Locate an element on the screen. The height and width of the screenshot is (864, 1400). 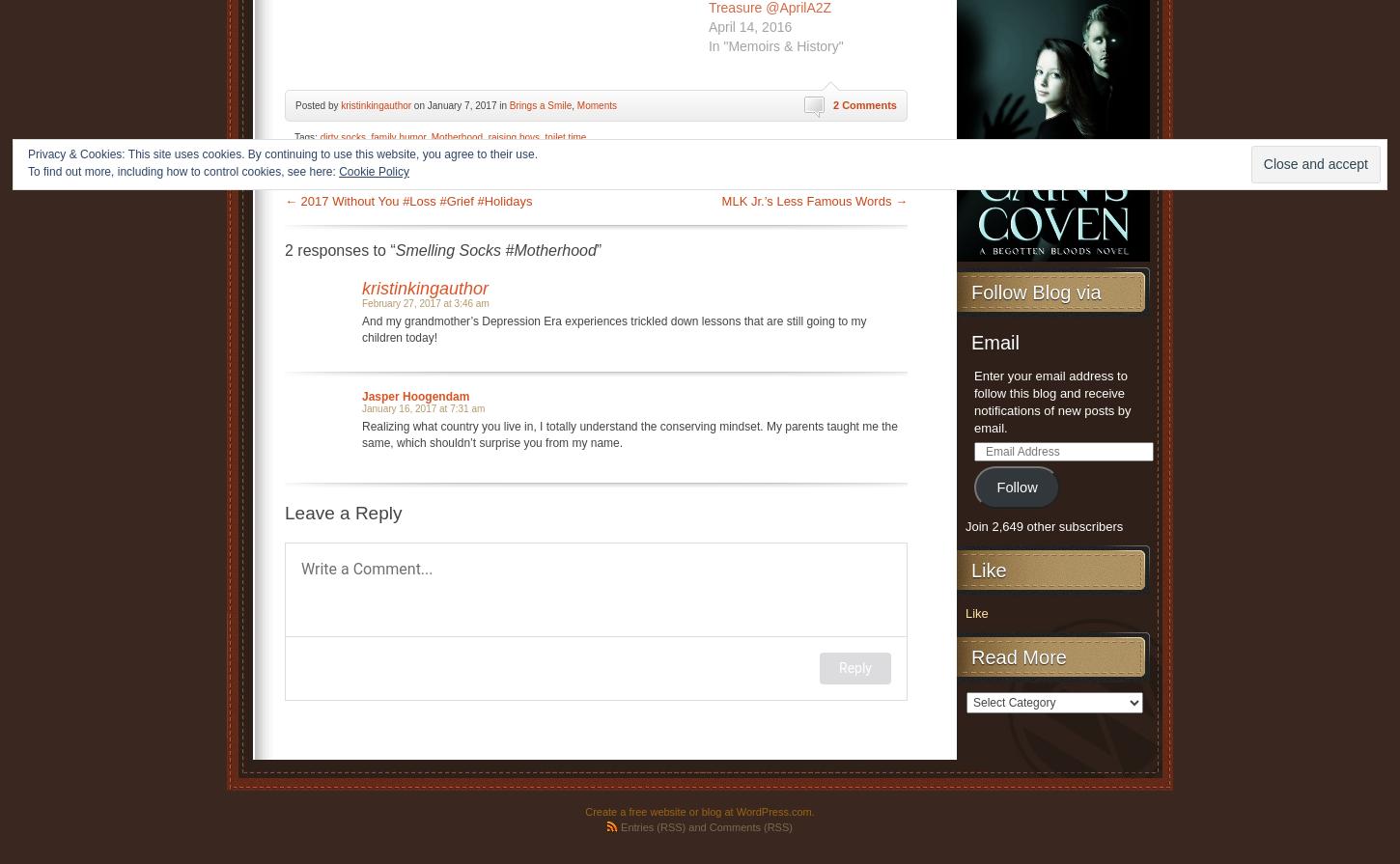
'January 16, 2017 at 7:31 am' is located at coordinates (422, 407).